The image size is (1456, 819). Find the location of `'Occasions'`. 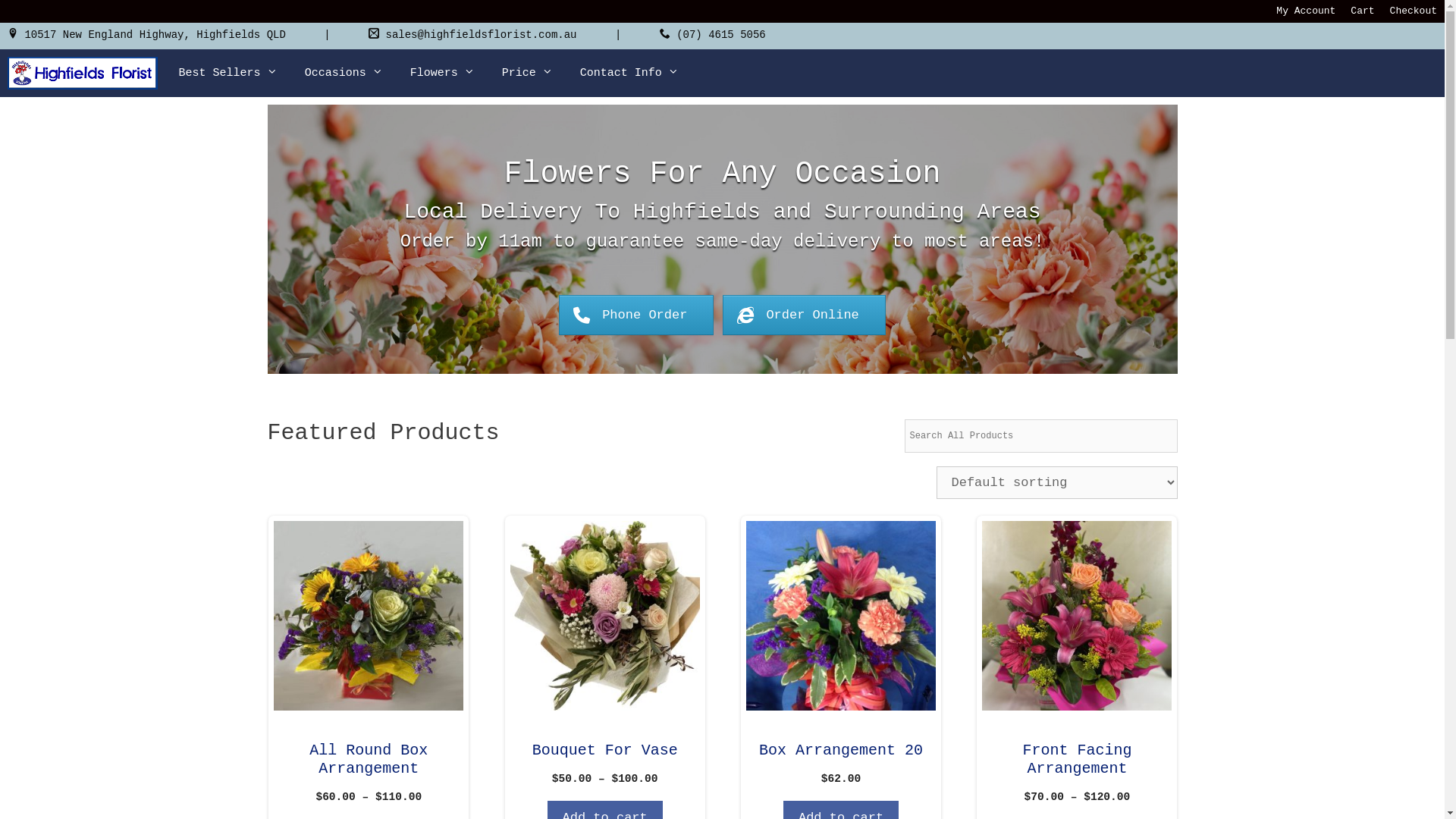

'Occasions' is located at coordinates (291, 72).